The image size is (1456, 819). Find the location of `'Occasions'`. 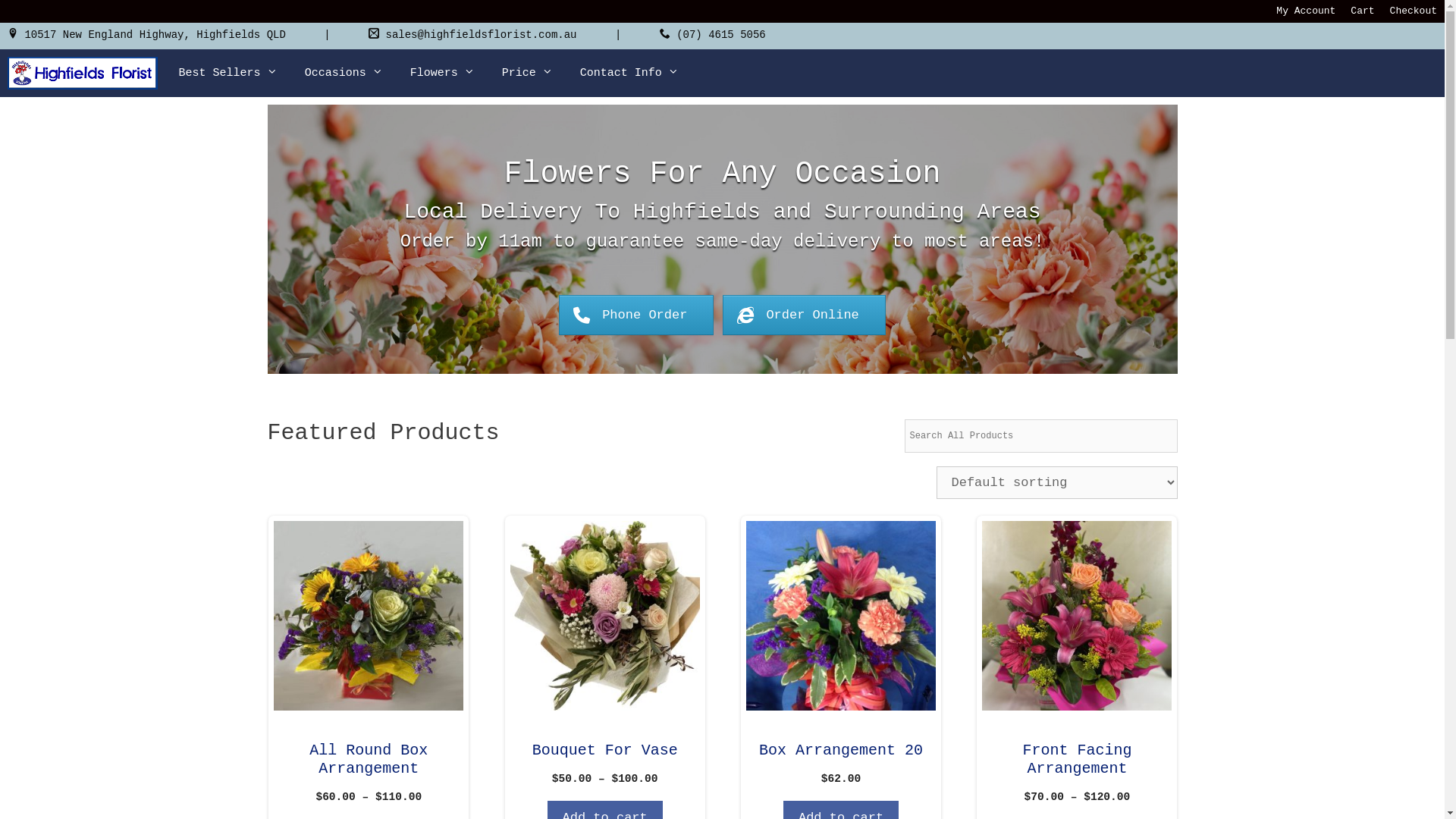

'Occasions' is located at coordinates (291, 72).